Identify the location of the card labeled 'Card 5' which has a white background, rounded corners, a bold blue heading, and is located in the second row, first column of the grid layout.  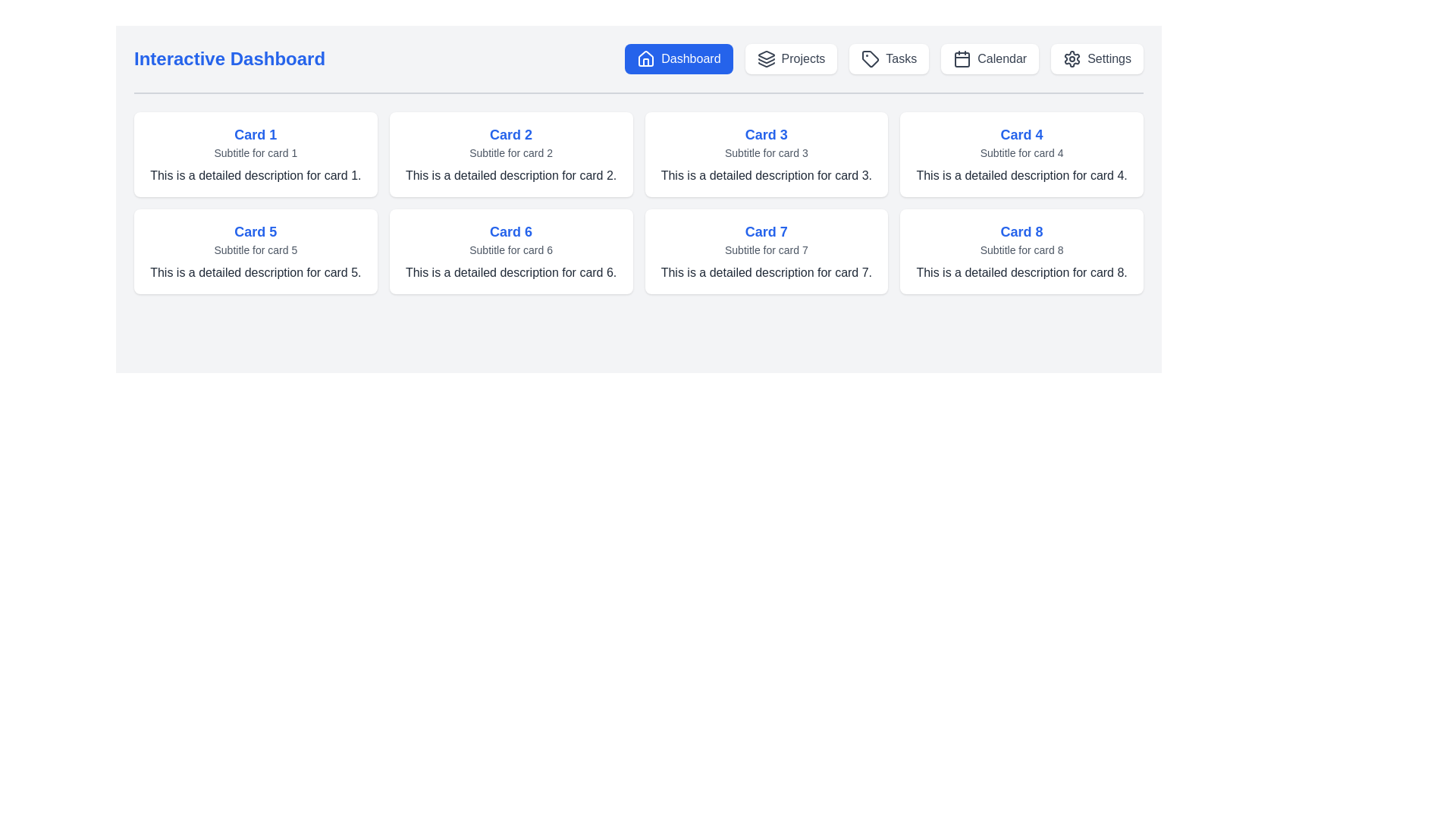
(256, 250).